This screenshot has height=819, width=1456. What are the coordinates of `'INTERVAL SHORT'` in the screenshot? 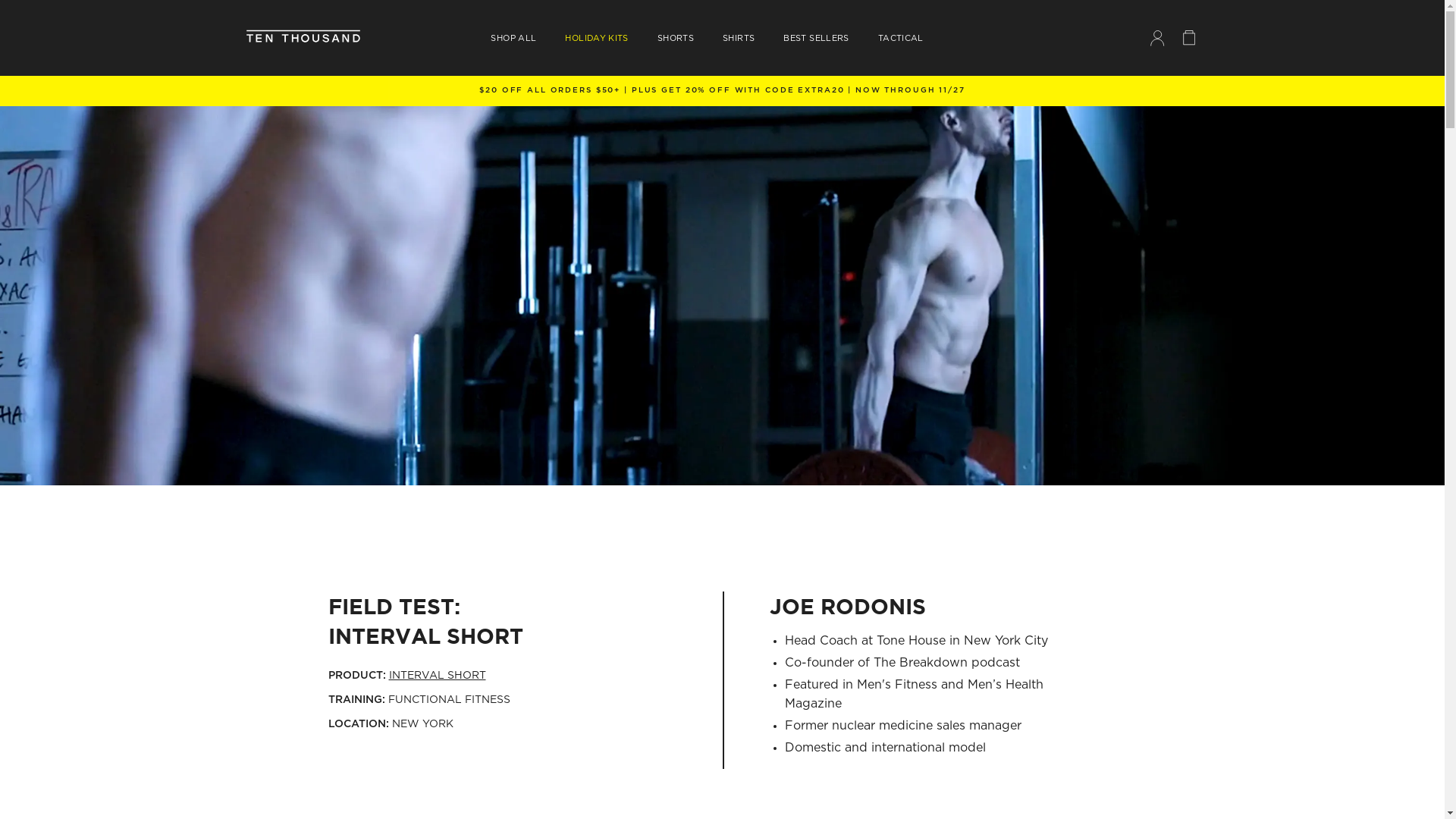 It's located at (436, 675).